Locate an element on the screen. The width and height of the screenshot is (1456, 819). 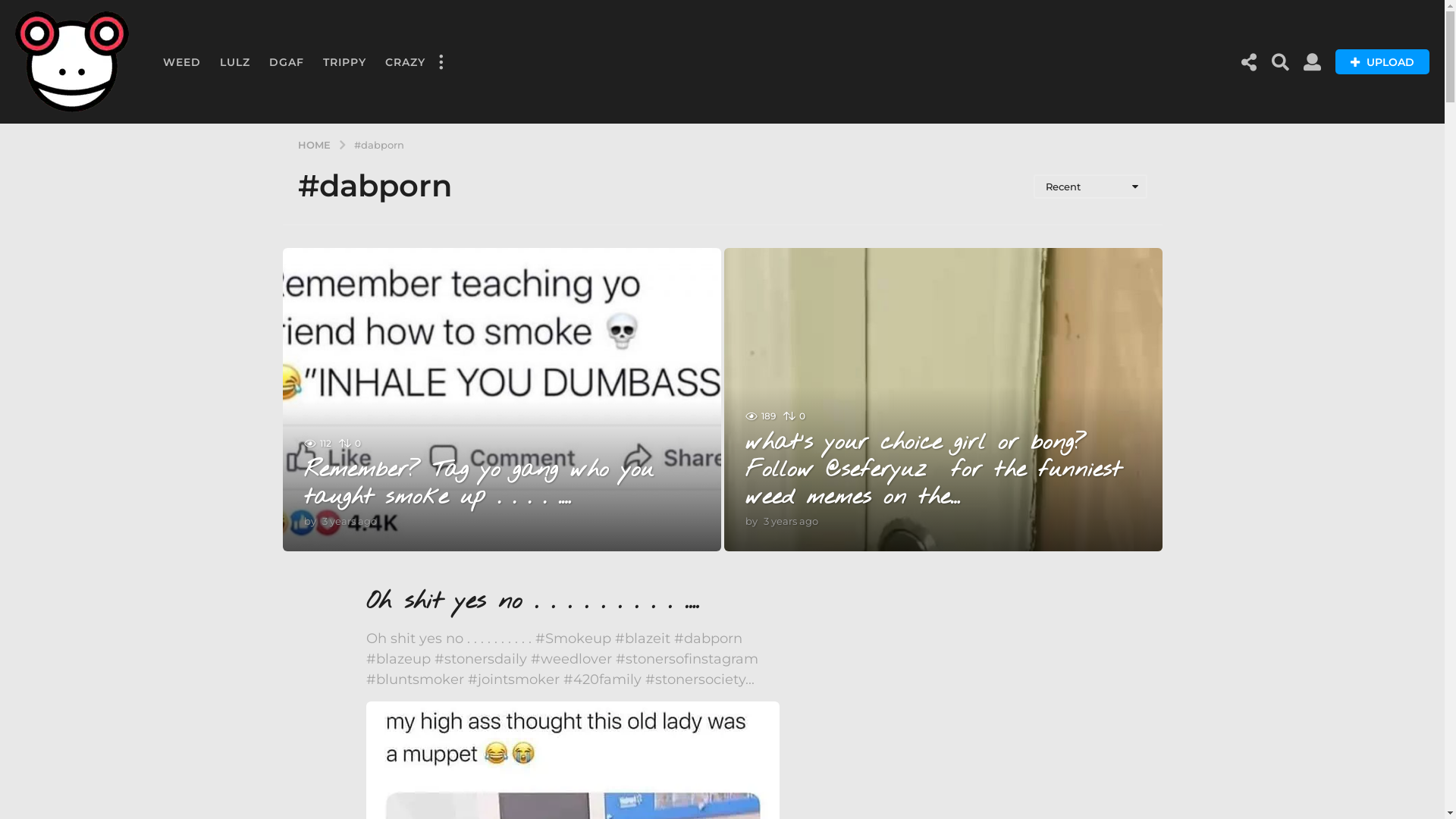
'WEED' is located at coordinates (182, 61).